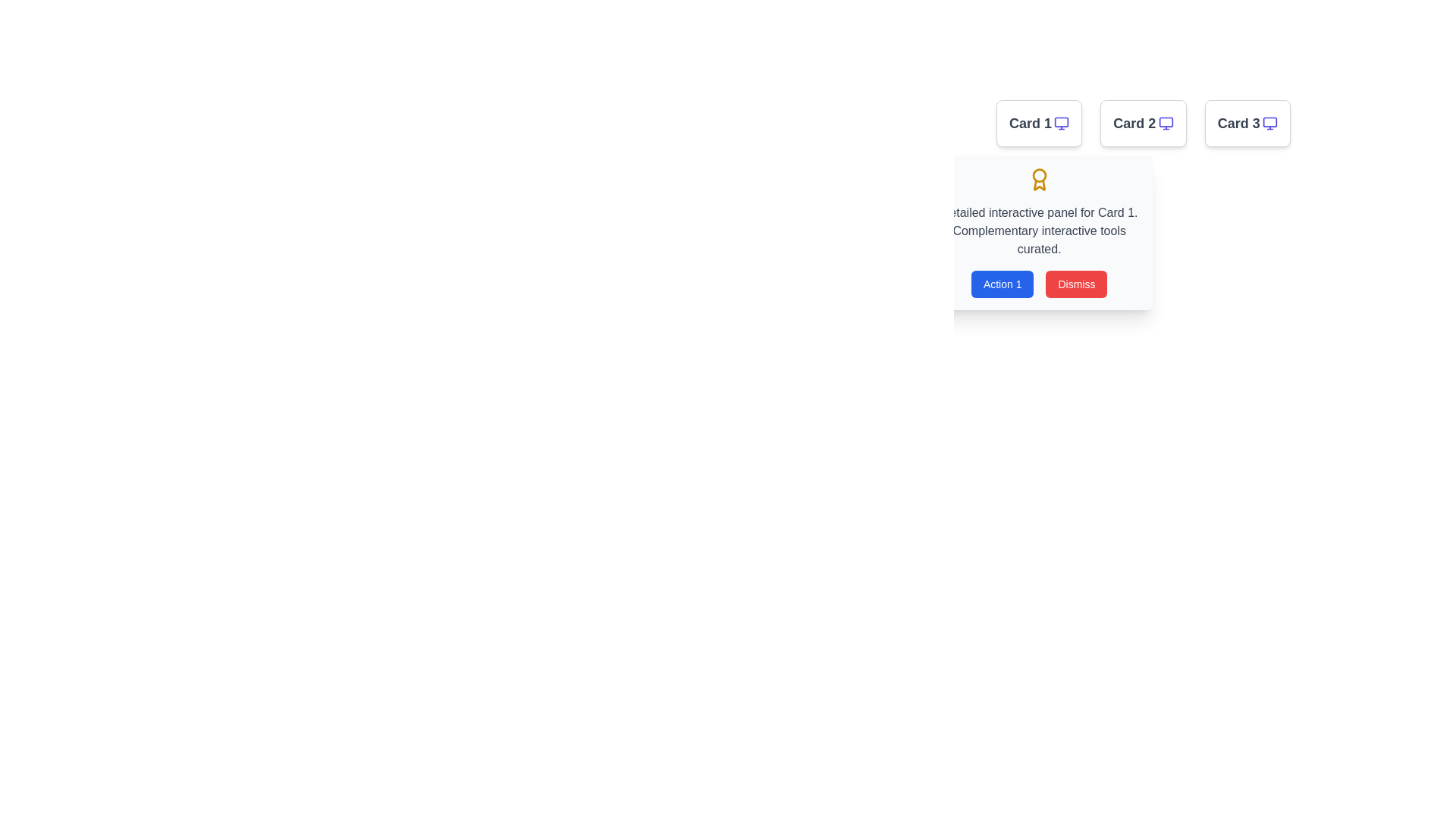 The image size is (1456, 819). I want to click on the indigo monitor-like icon located to the right of the 'Card 2' text in the header area, so click(1165, 122).